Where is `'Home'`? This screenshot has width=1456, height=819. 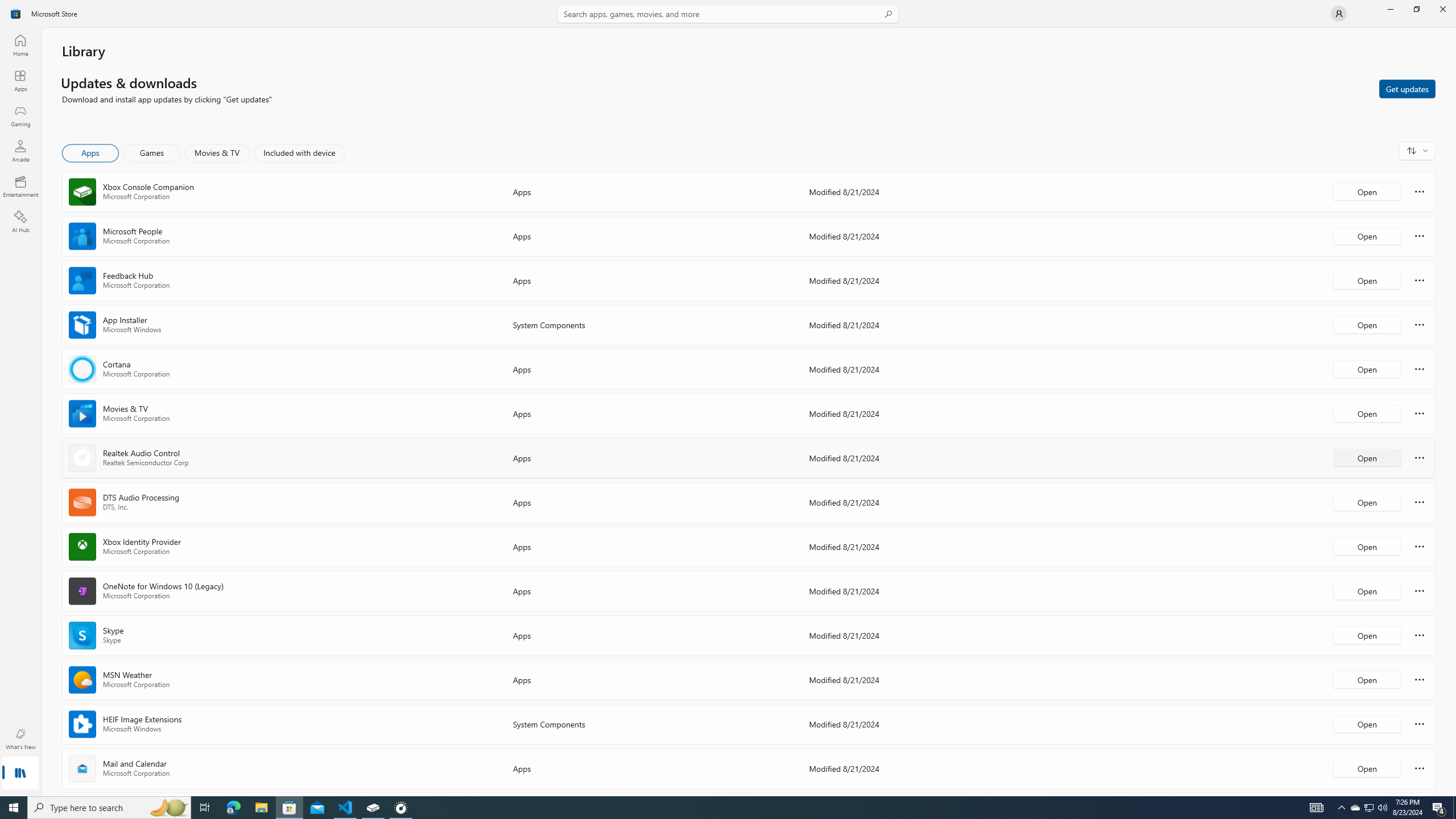 'Home' is located at coordinates (19, 44).